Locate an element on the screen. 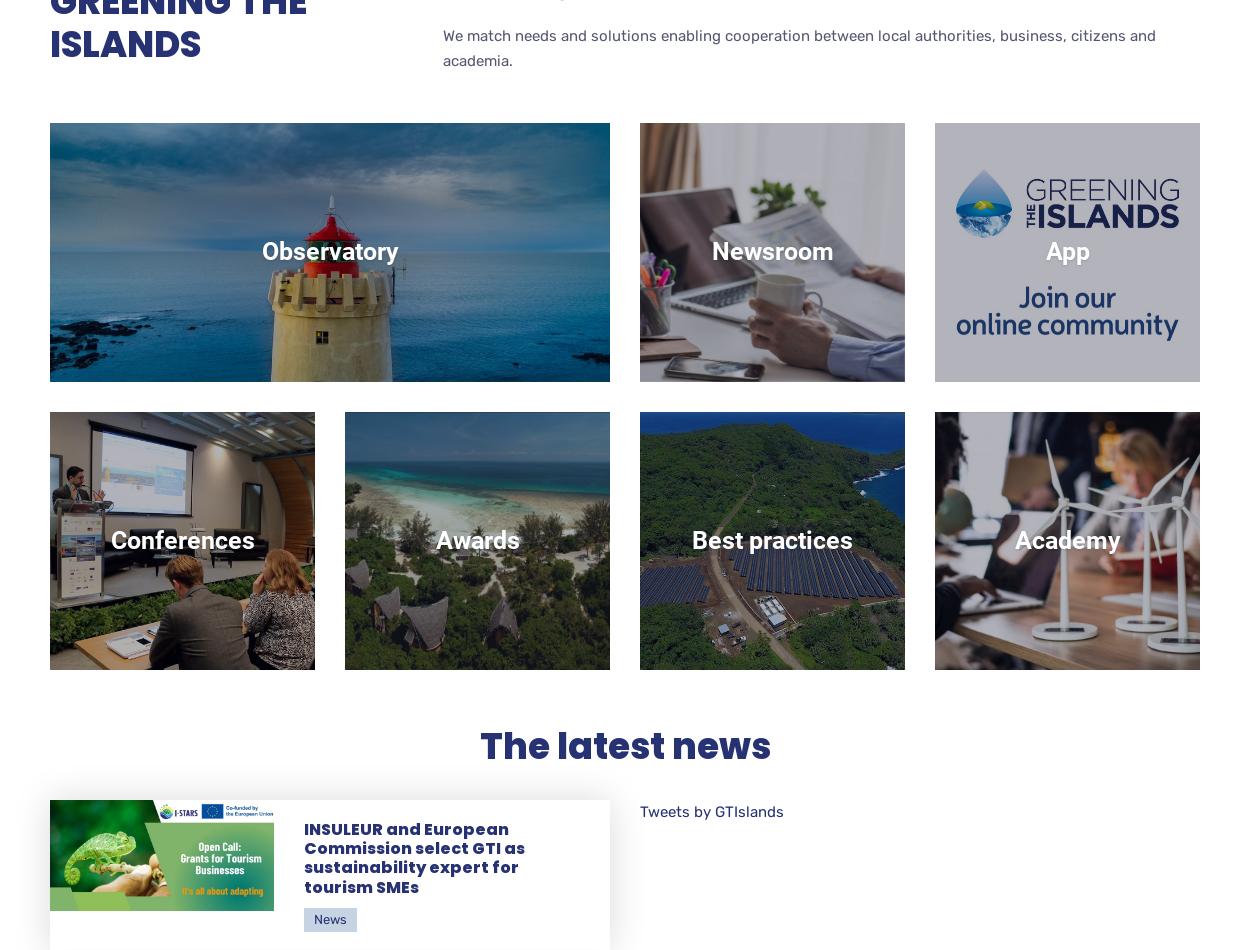 The width and height of the screenshot is (1250, 950). 'INSULEUR and European Commission select GTI as sustainability expert for tourism SMEs' is located at coordinates (414, 857).